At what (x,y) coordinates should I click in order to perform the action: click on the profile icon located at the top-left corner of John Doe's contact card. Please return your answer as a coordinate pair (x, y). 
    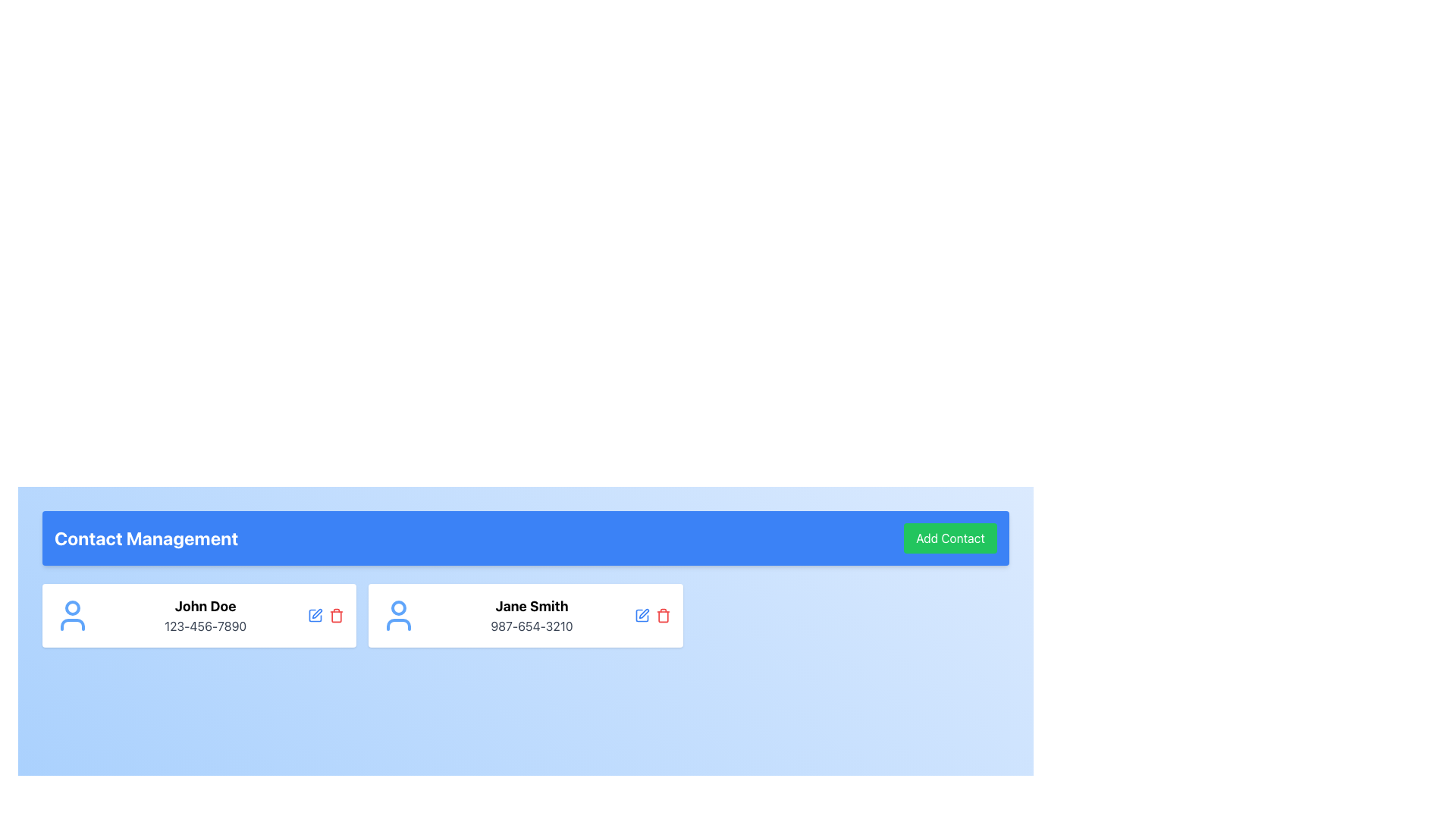
    Looking at the image, I should click on (72, 616).